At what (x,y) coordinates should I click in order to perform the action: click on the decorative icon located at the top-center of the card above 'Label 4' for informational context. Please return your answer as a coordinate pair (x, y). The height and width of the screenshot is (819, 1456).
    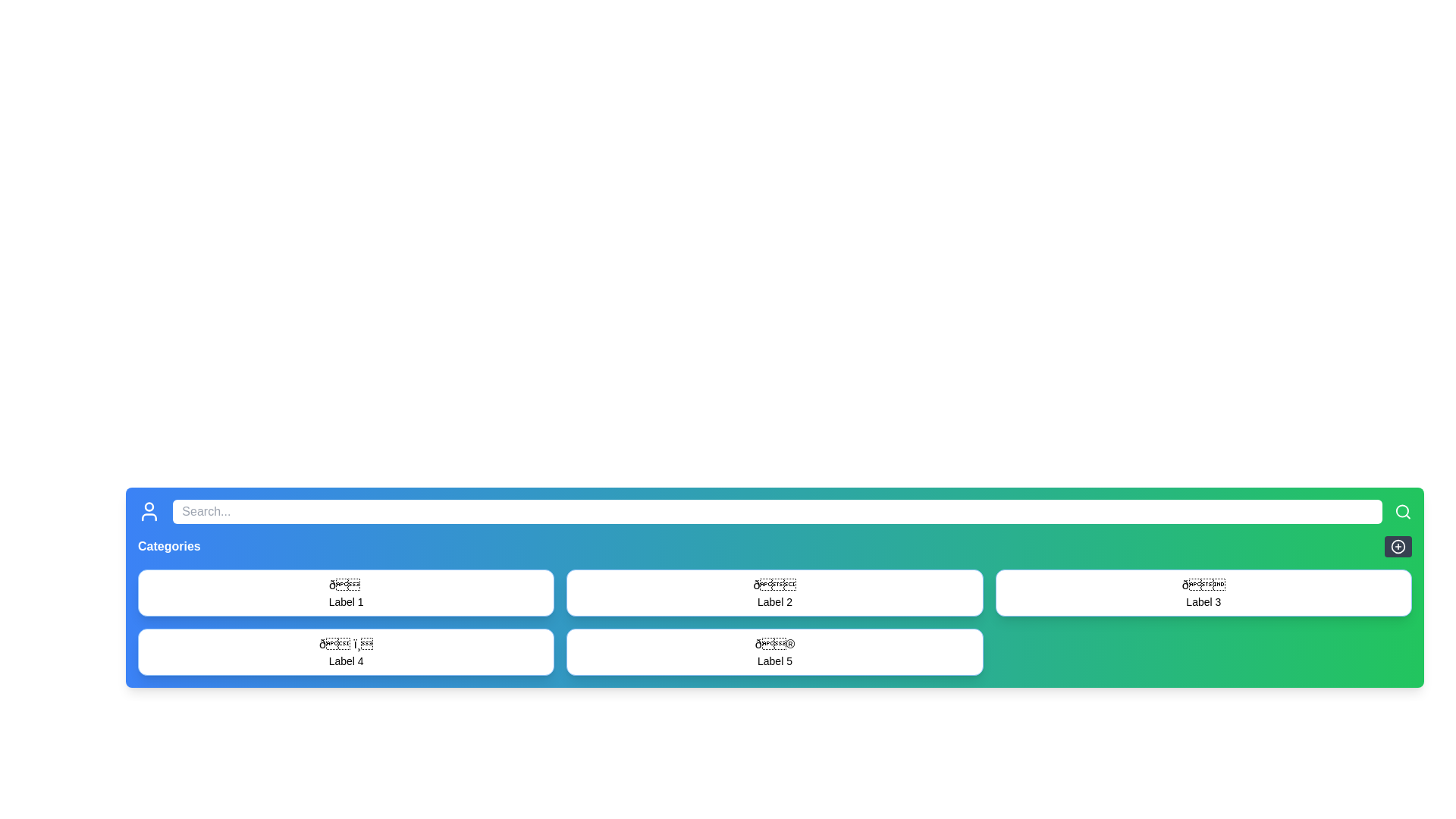
    Looking at the image, I should click on (345, 644).